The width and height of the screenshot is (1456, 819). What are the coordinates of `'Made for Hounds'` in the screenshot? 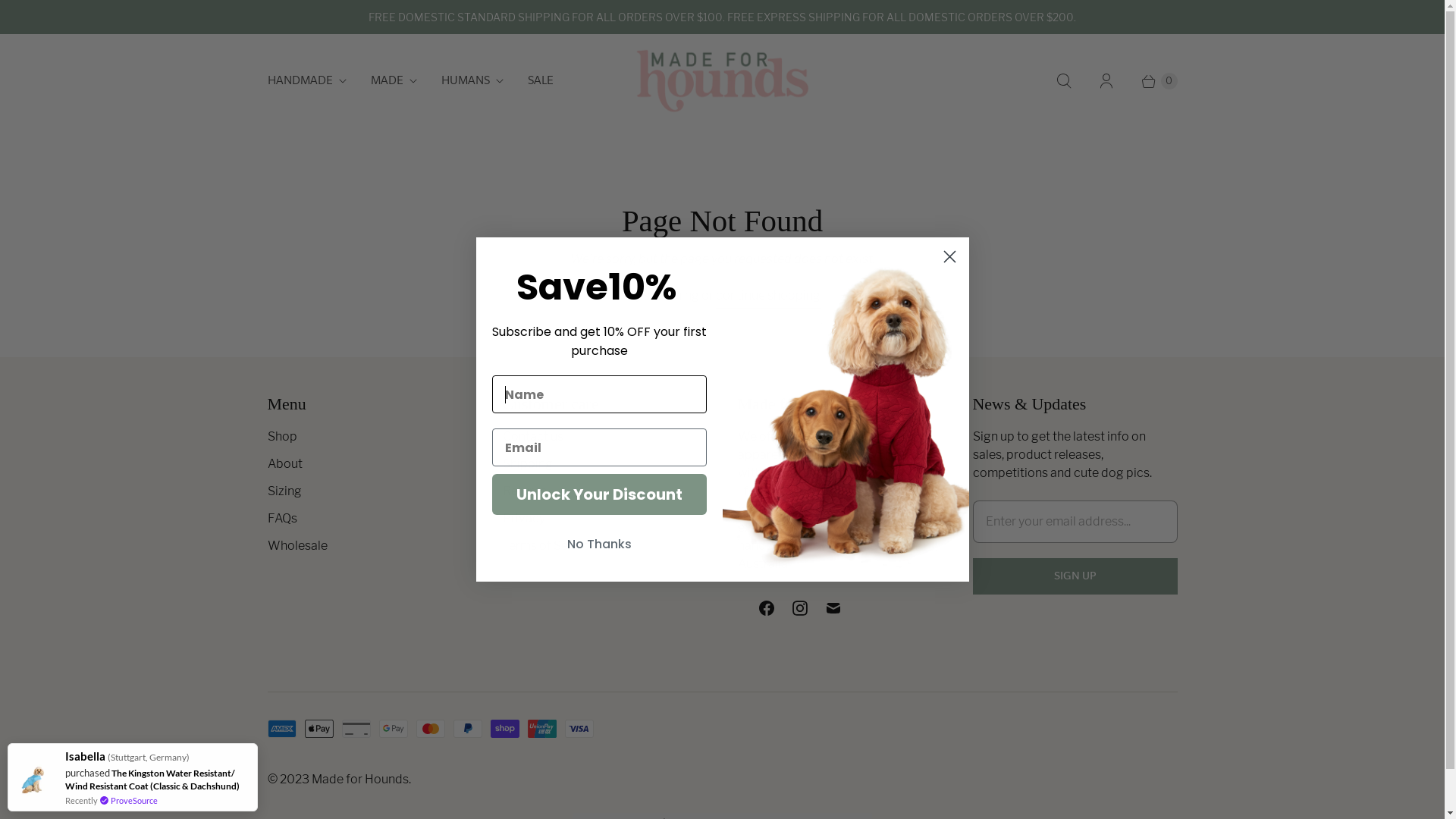 It's located at (359, 779).